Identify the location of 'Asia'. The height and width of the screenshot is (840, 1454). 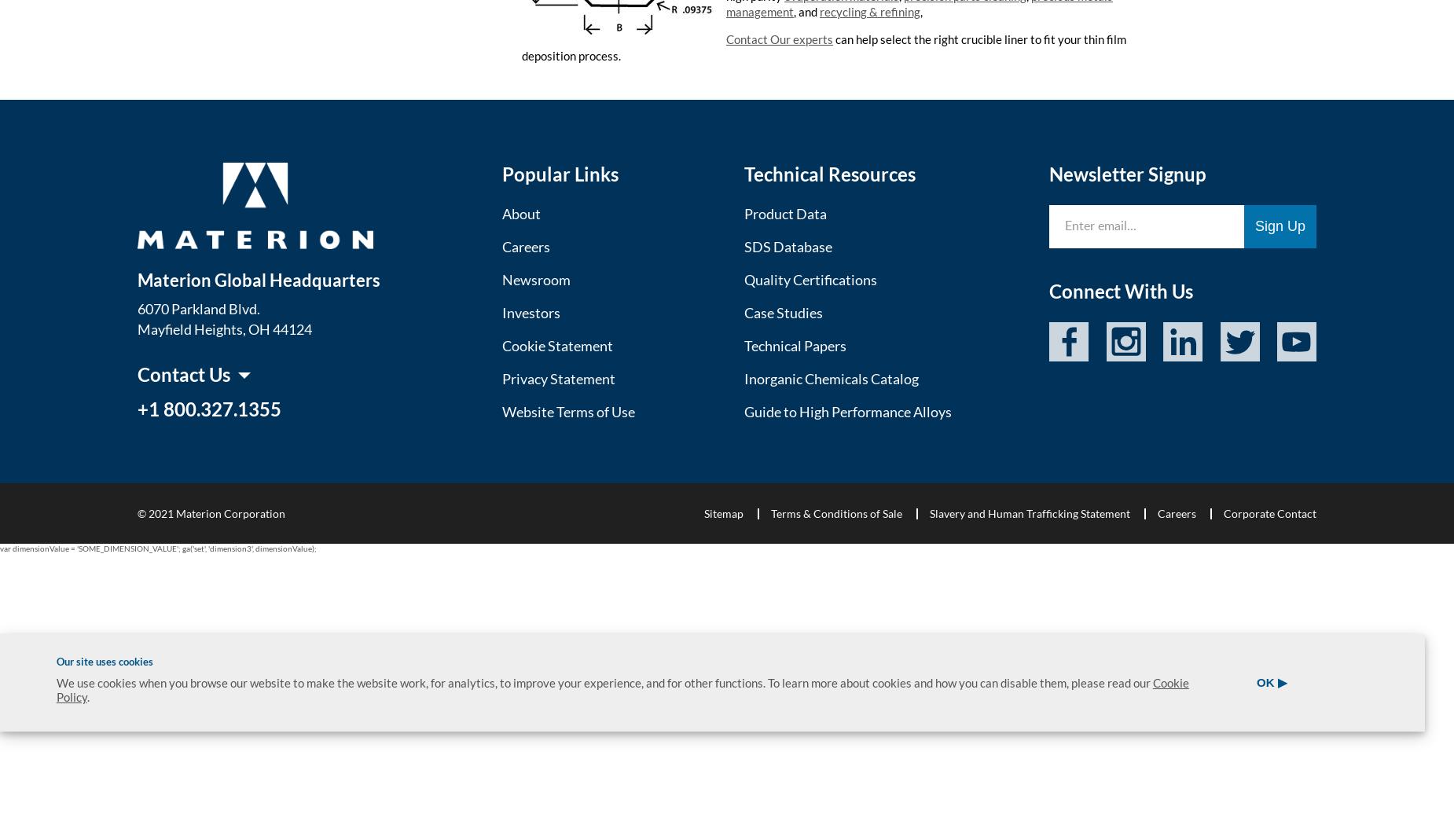
(158, 401).